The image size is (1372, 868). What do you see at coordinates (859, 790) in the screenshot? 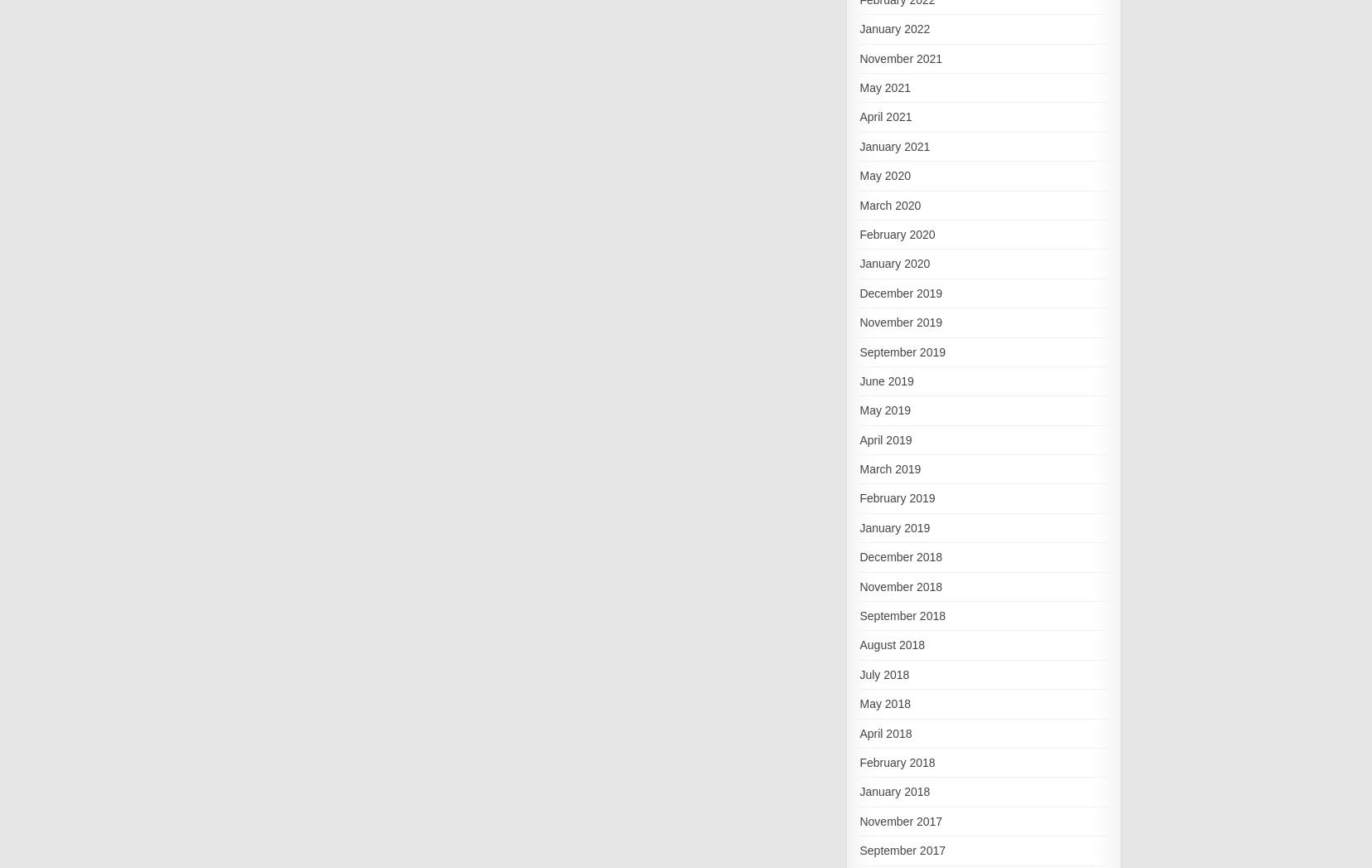
I see `'January 2018'` at bounding box center [859, 790].